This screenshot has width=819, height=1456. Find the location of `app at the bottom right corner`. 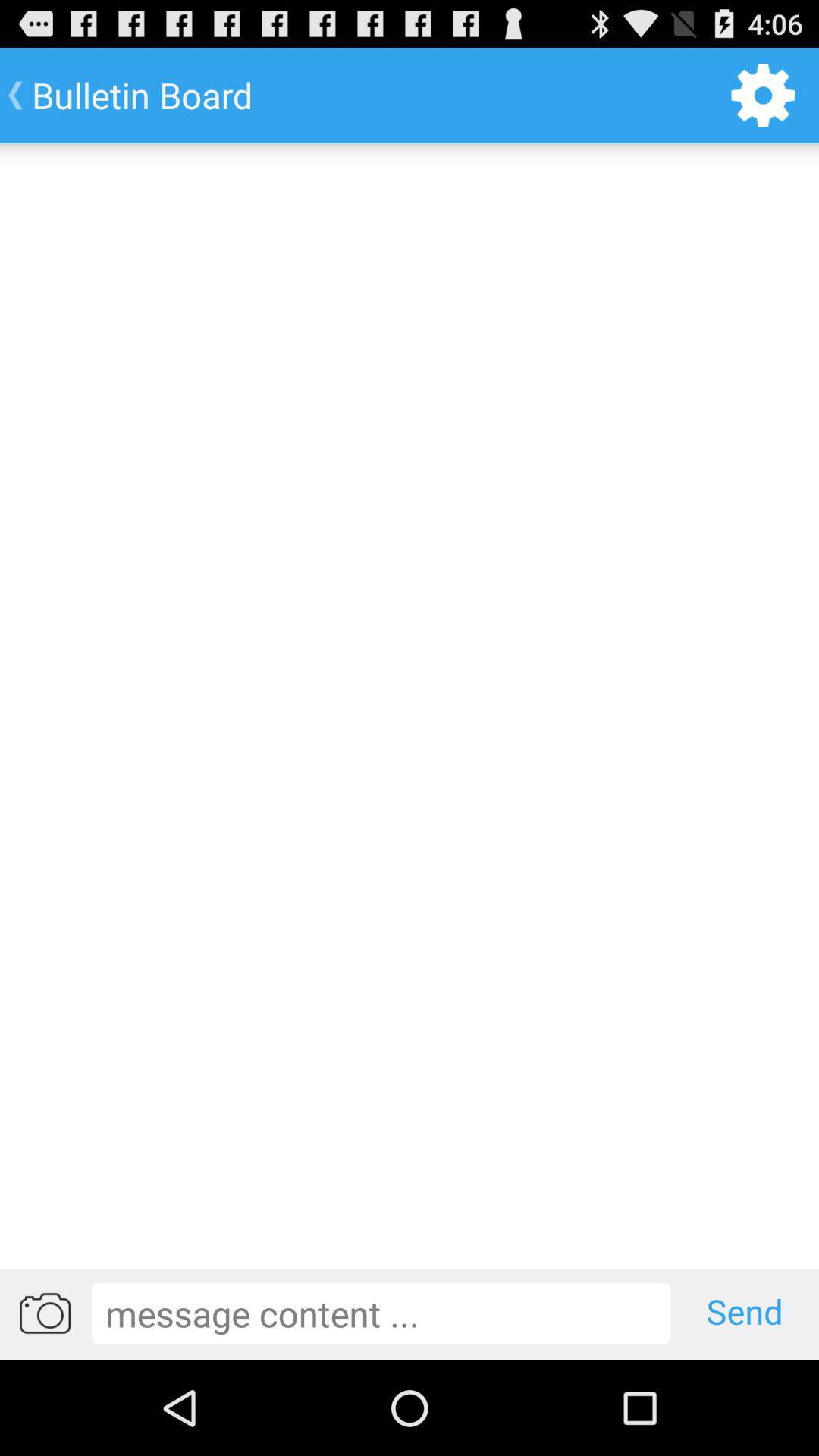

app at the bottom right corner is located at coordinates (744, 1312).